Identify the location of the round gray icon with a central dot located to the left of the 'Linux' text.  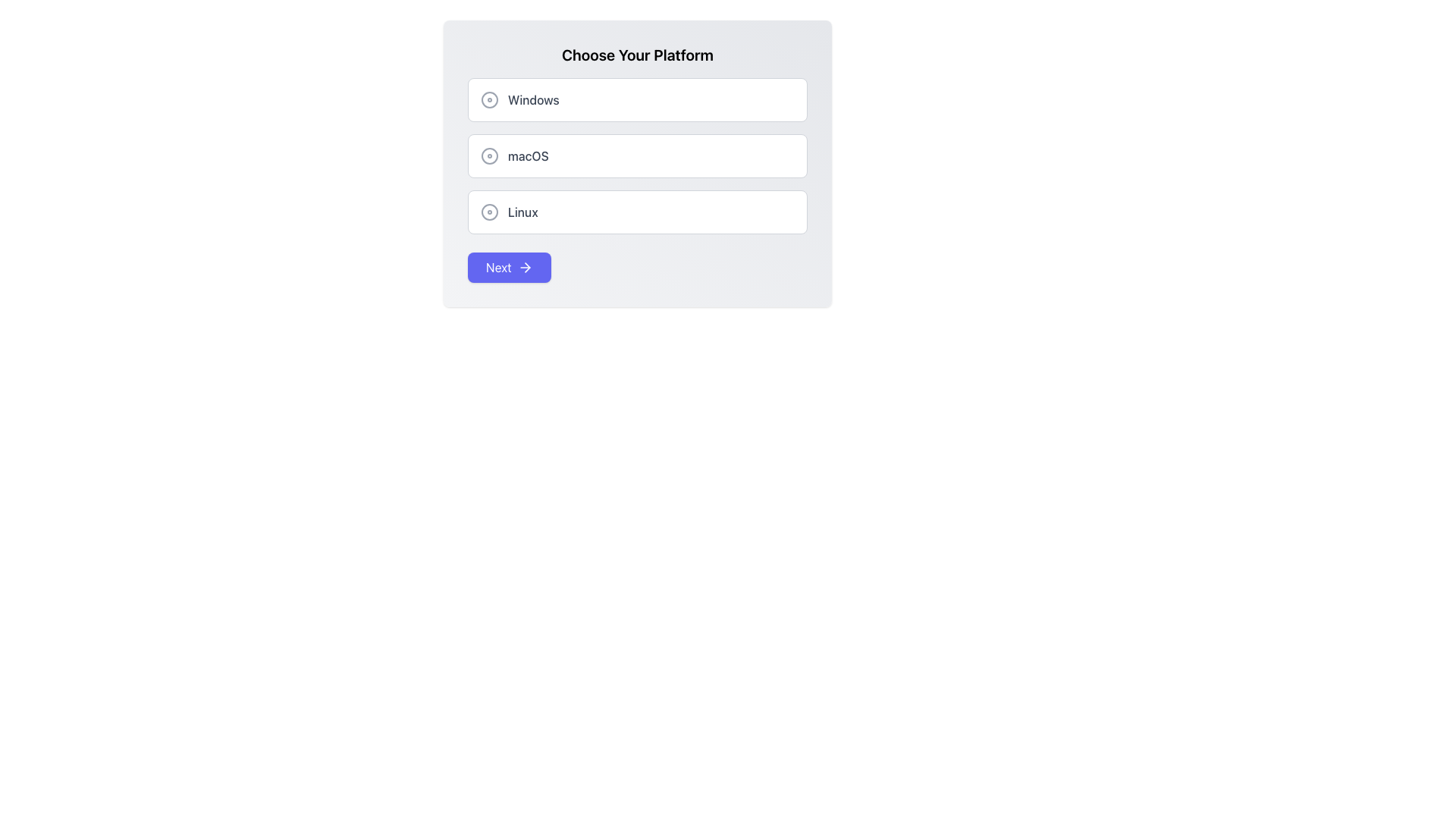
(490, 212).